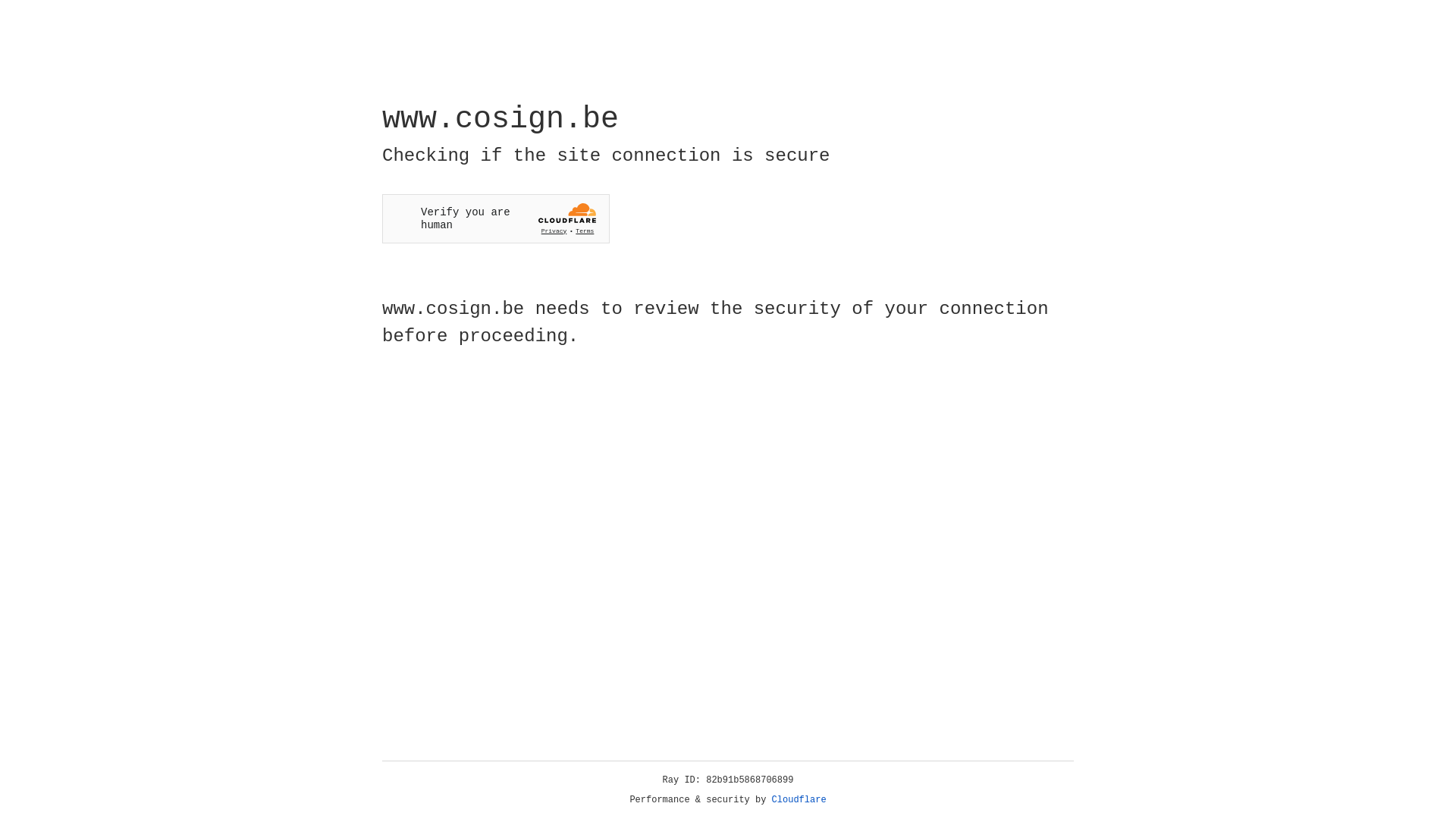 This screenshot has height=819, width=1456. I want to click on 'Widget containing a Cloudflare security challenge', so click(495, 218).